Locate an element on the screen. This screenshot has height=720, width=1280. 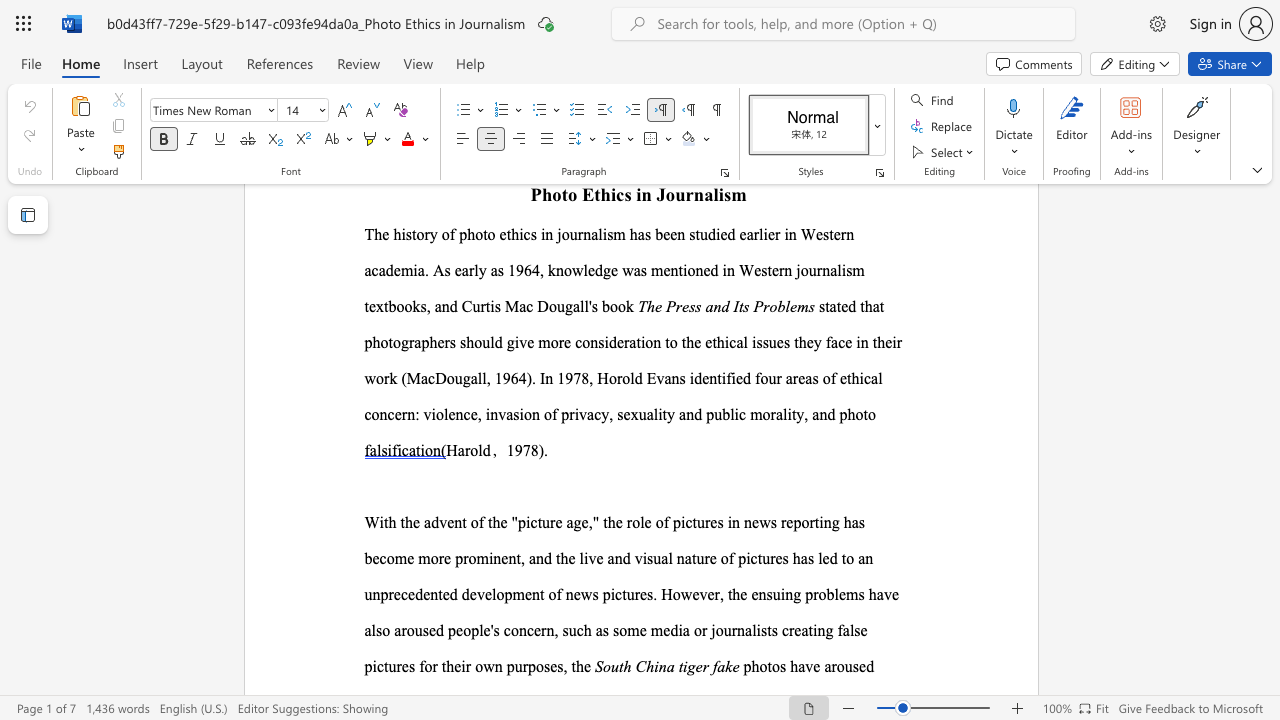
the subset text "entif" within the text "identified" is located at coordinates (702, 378).